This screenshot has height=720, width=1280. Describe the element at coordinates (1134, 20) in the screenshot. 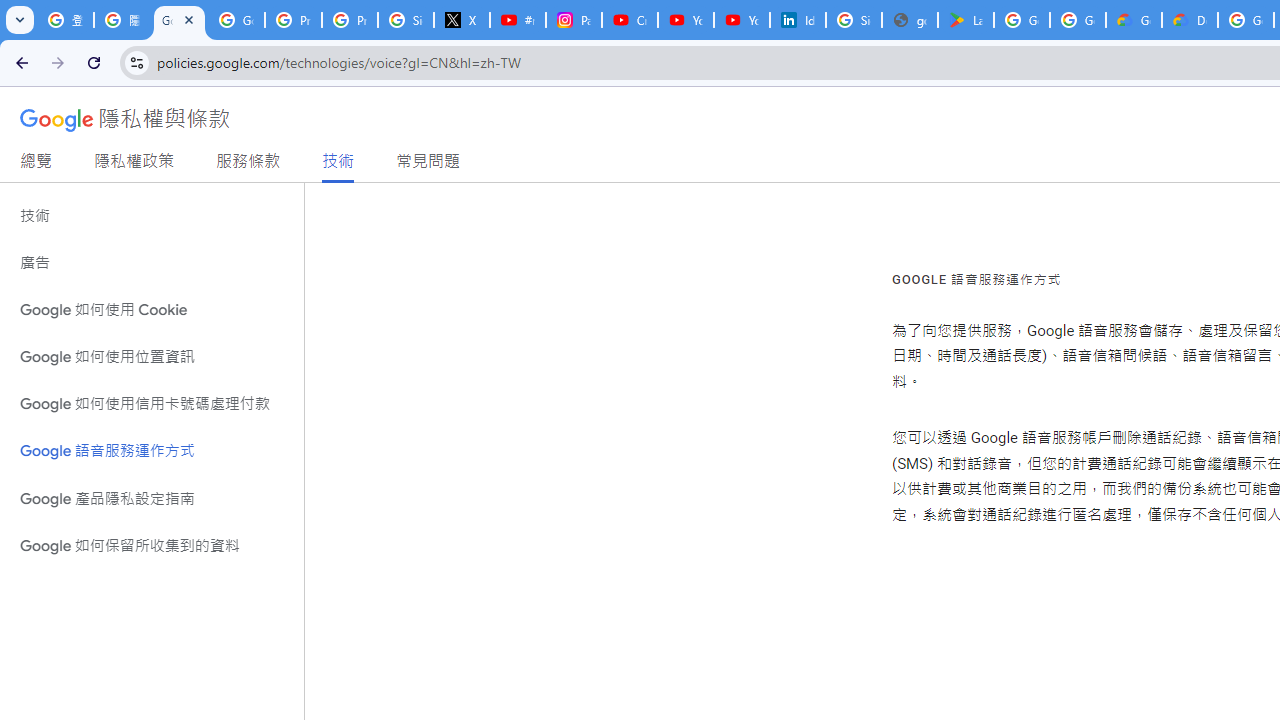

I see `'Government | Google Cloud'` at that location.